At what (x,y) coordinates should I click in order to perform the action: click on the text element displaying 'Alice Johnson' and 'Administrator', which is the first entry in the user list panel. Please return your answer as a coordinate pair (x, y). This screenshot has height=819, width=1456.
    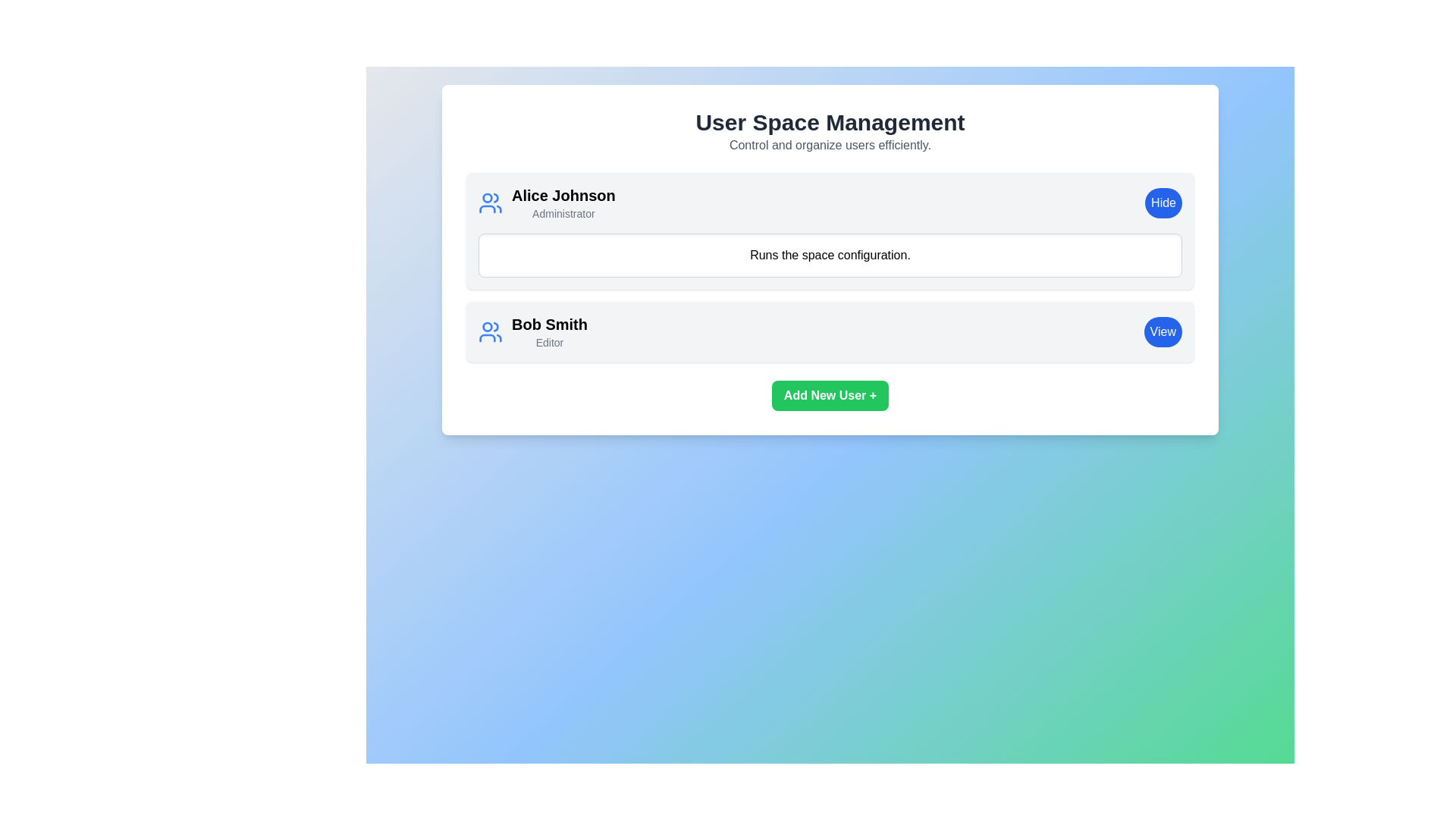
    Looking at the image, I should click on (563, 202).